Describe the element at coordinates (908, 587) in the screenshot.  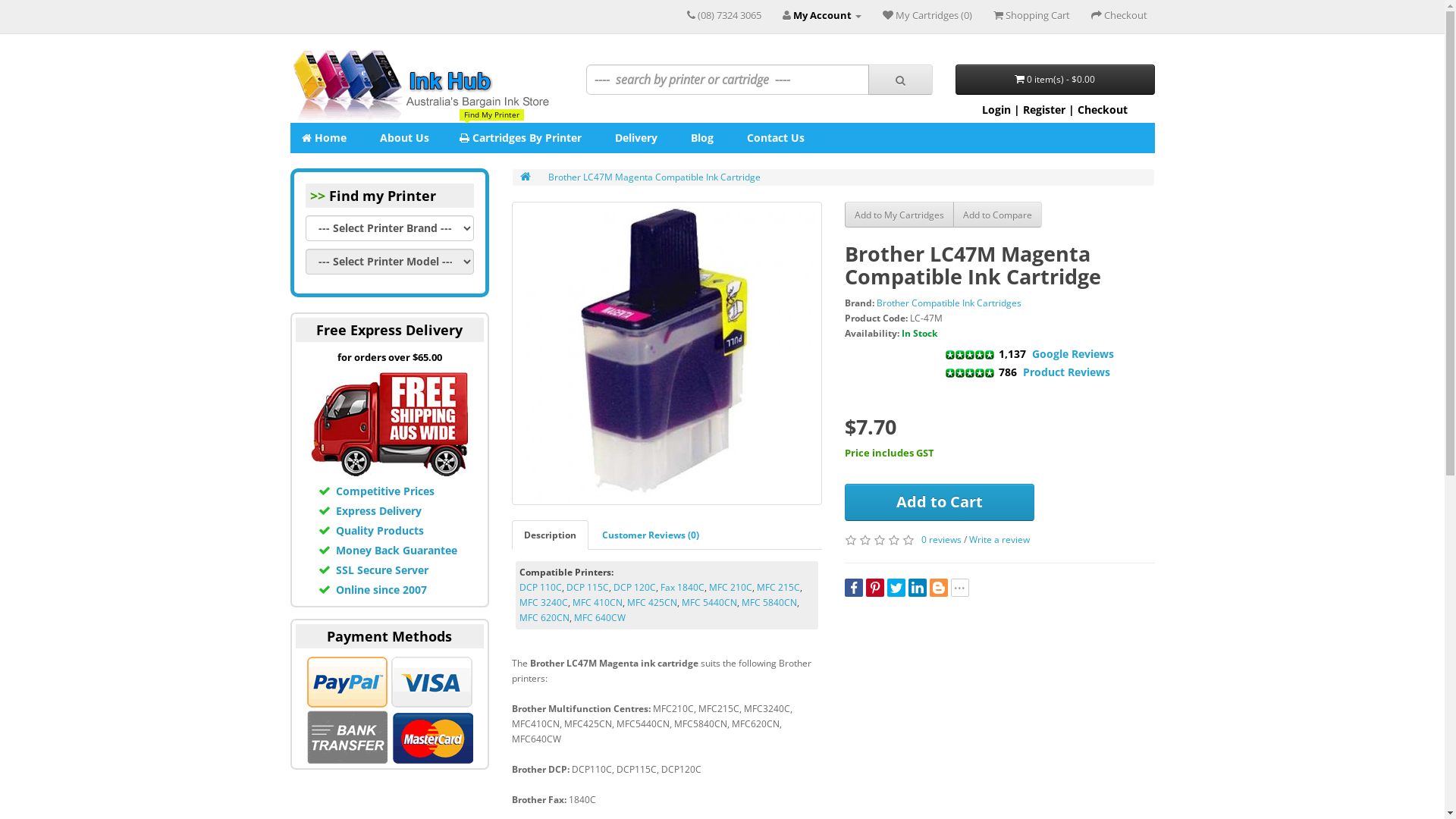
I see `'LinkedIn'` at that location.